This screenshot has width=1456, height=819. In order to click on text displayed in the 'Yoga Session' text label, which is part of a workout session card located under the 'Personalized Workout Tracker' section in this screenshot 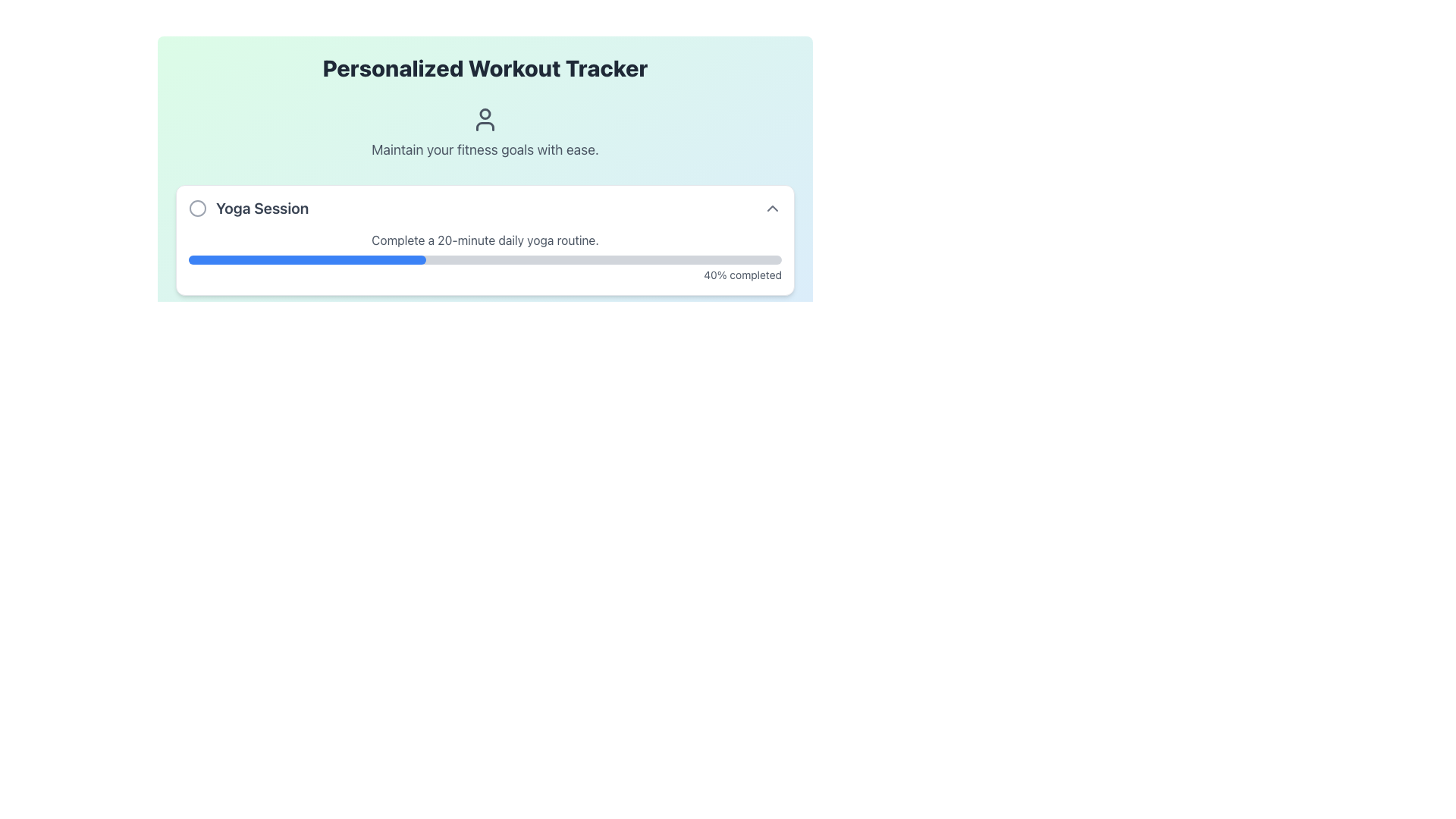, I will do `click(262, 208)`.